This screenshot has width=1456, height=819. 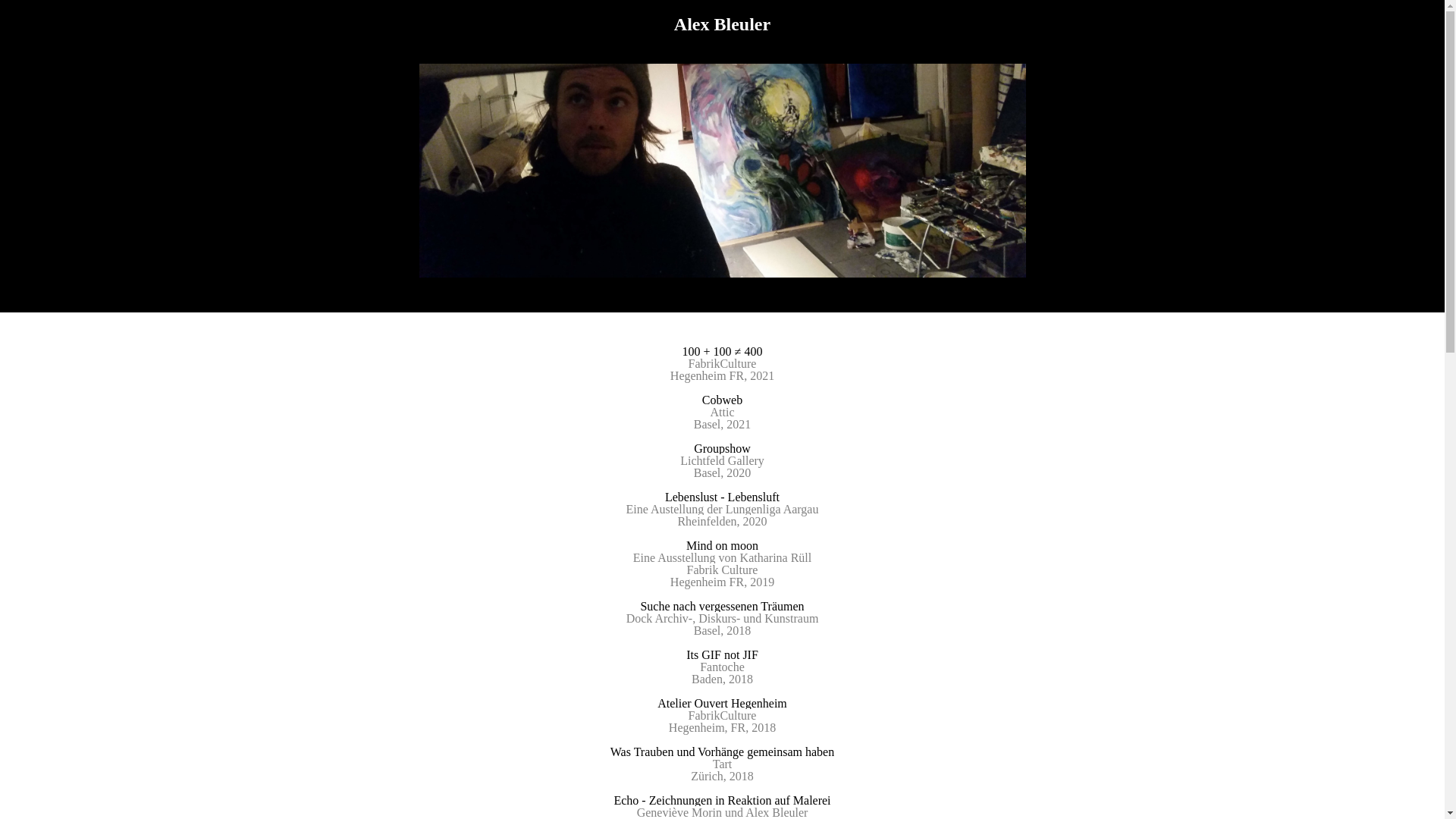 What do you see at coordinates (721, 497) in the screenshot?
I see `'Lebenslust - Lebensluft'` at bounding box center [721, 497].